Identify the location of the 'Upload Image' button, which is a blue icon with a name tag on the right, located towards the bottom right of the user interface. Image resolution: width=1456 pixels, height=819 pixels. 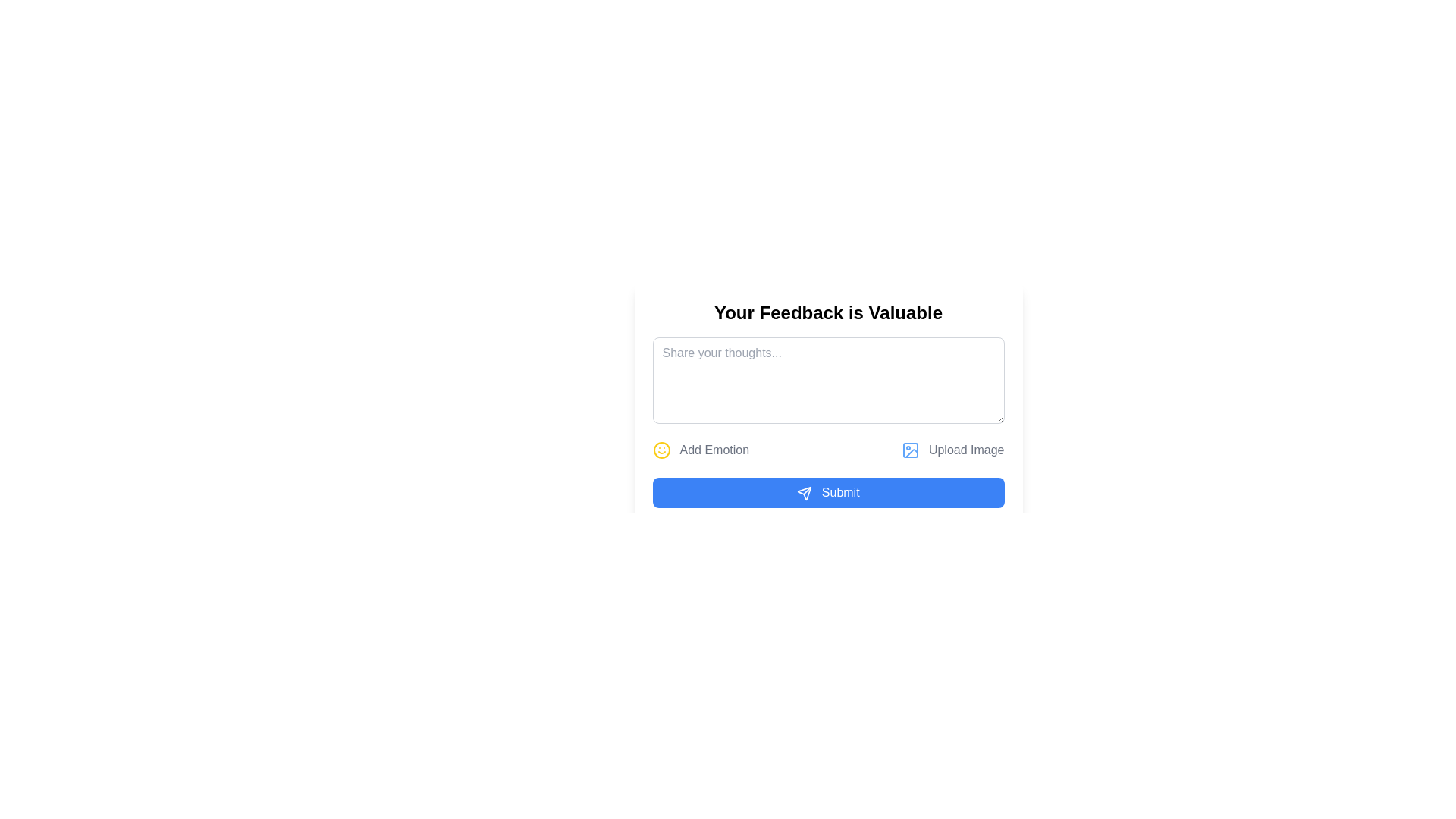
(952, 450).